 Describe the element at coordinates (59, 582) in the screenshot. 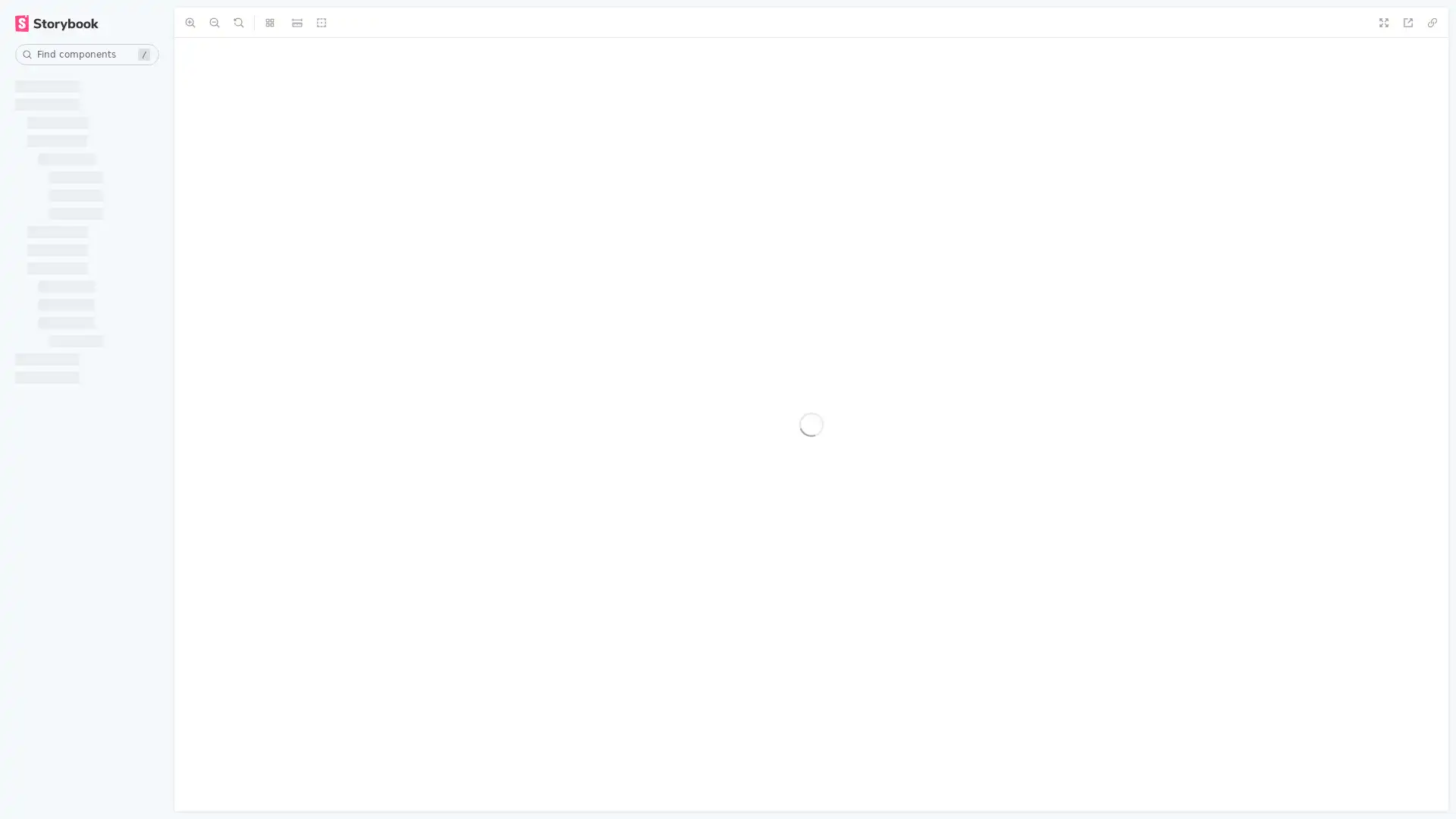

I see `INTERNAL API` at that location.